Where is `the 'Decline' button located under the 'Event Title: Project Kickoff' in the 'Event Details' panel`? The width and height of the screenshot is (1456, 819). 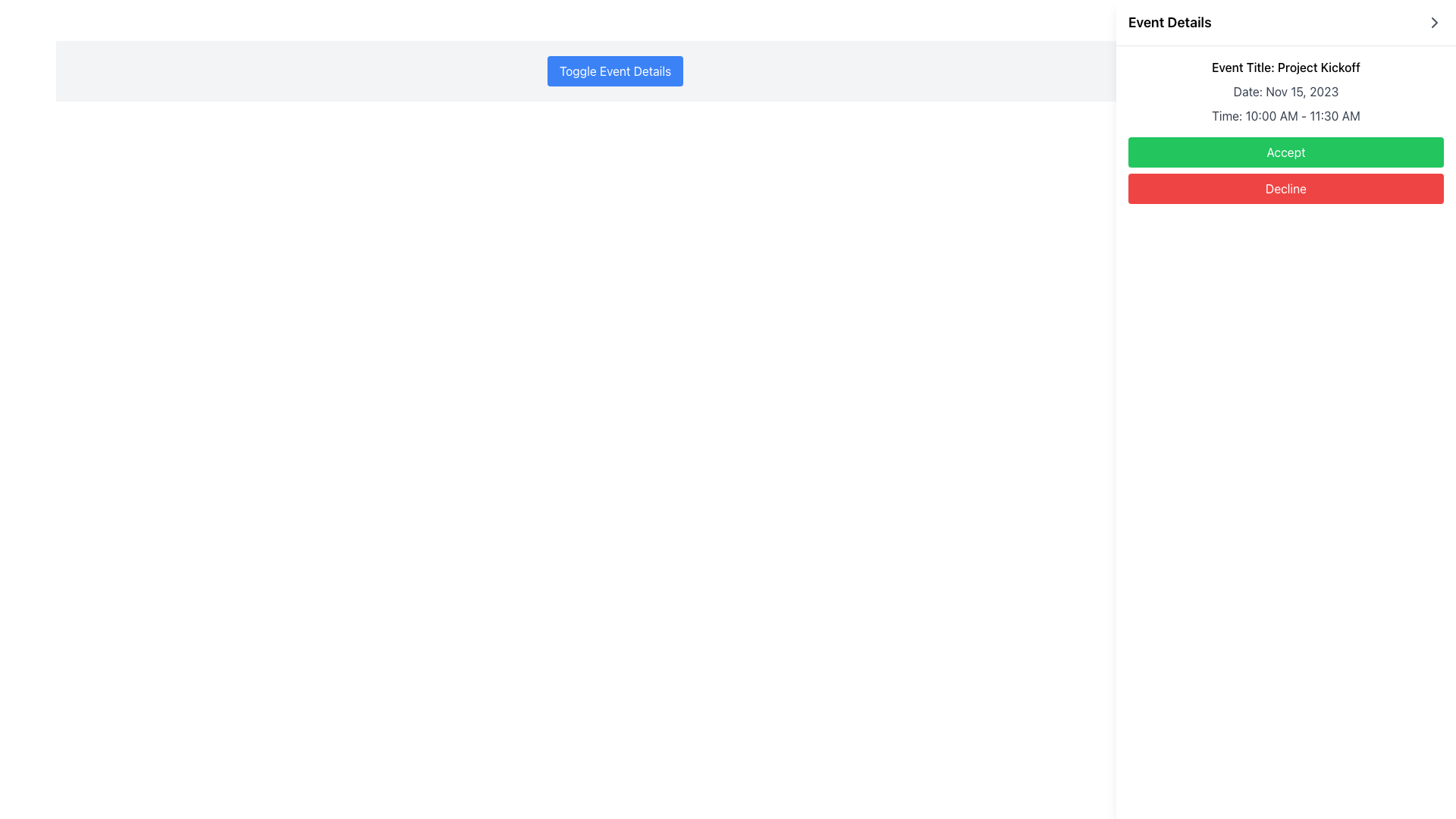
the 'Decline' button located under the 'Event Title: Project Kickoff' in the 'Event Details' panel is located at coordinates (1285, 188).